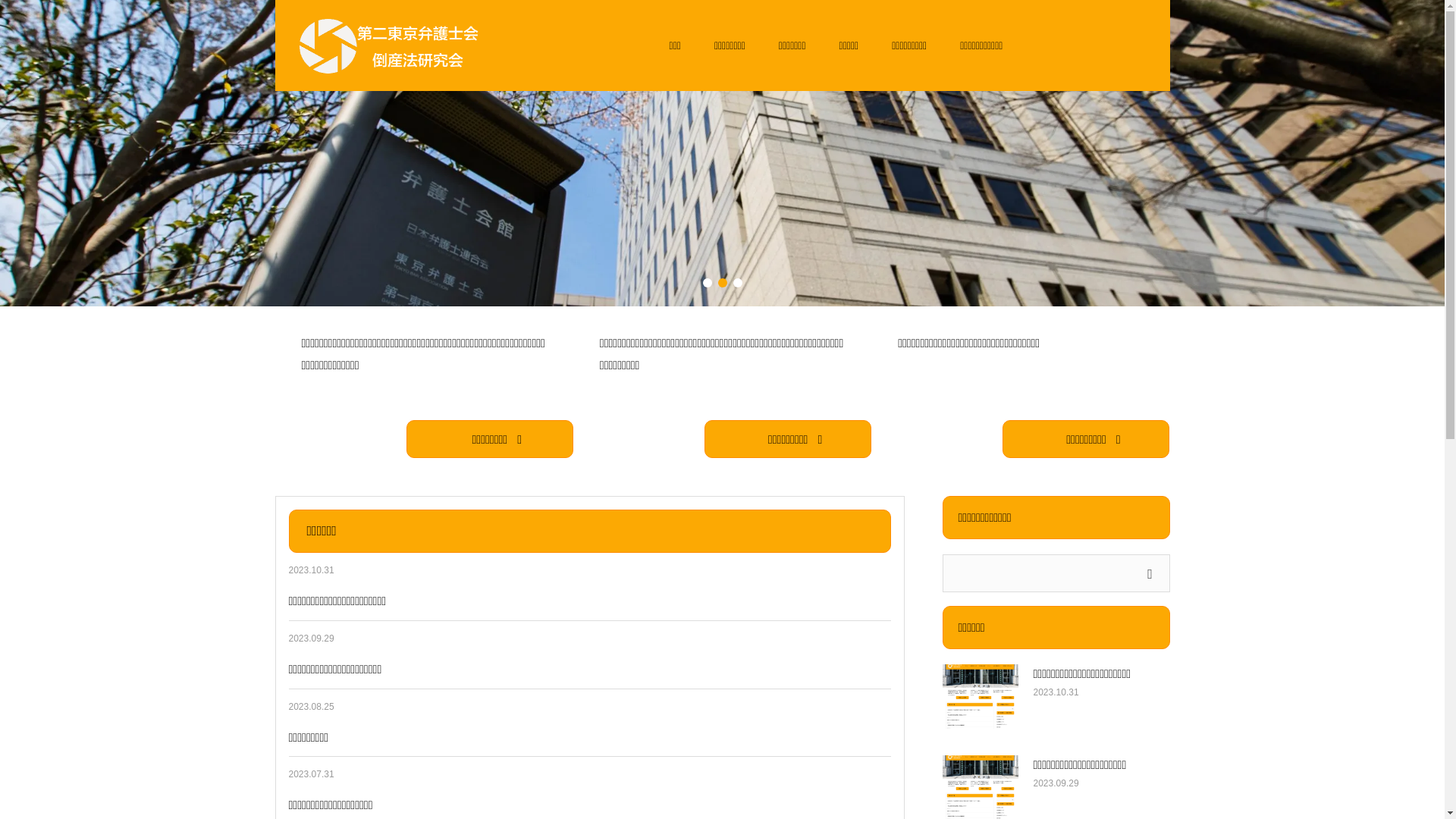  I want to click on '1', so click(701, 283).